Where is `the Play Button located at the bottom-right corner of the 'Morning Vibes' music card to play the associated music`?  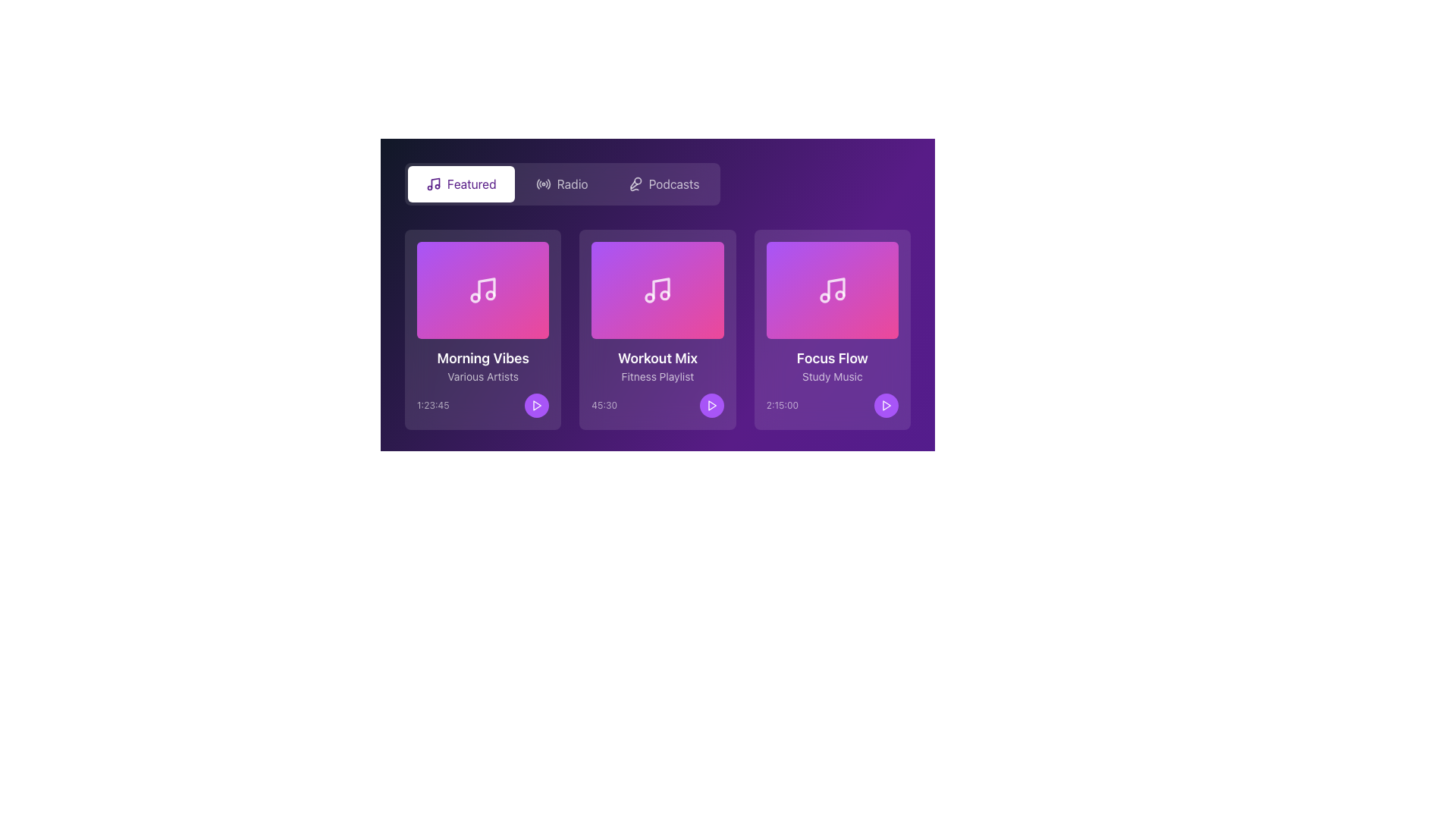 the Play Button located at the bottom-right corner of the 'Morning Vibes' music card to play the associated music is located at coordinates (538, 405).